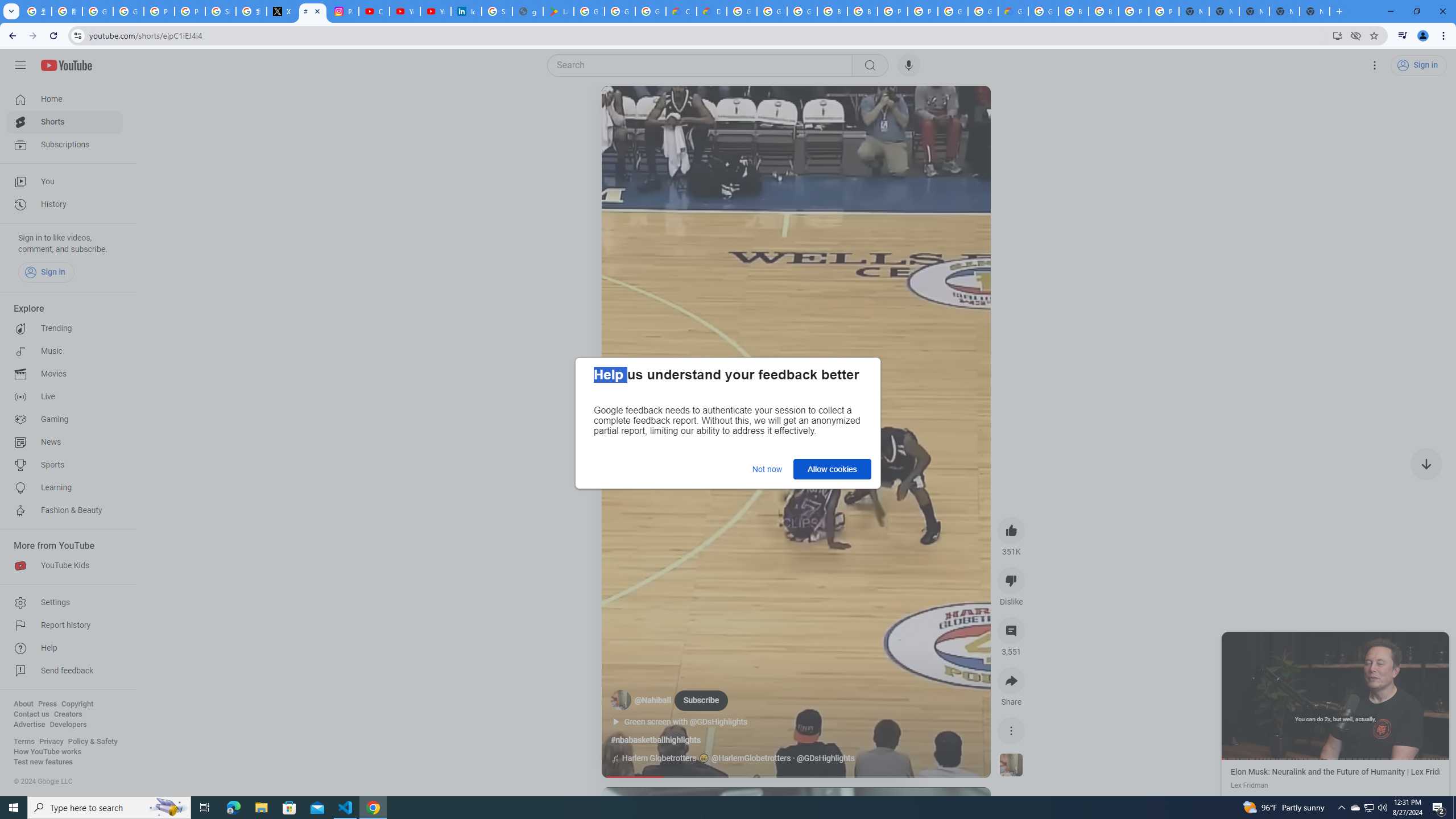  Describe the element at coordinates (908, 65) in the screenshot. I see `'Search with your voice'` at that location.